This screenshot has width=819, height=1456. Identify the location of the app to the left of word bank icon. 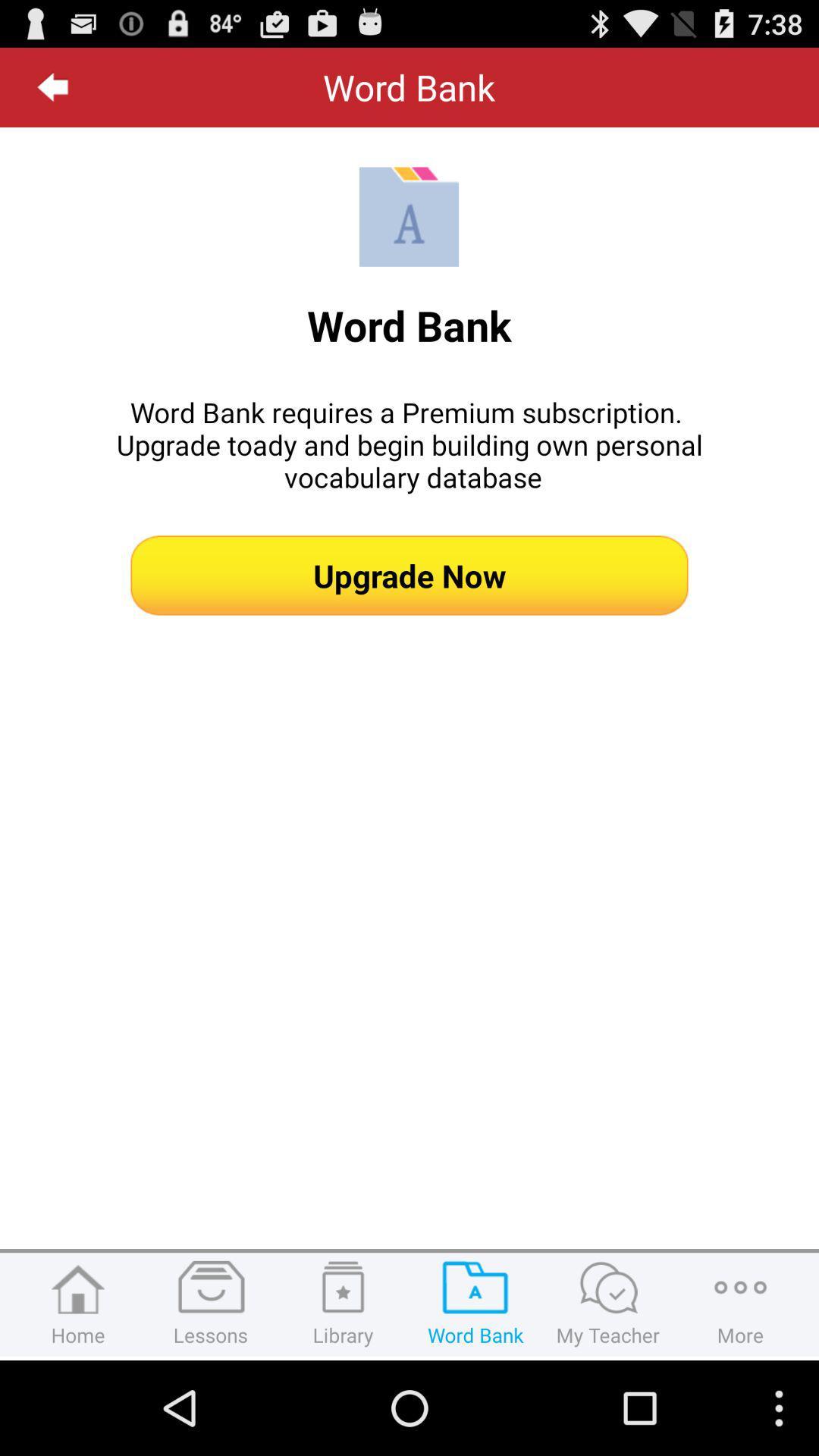
(52, 86).